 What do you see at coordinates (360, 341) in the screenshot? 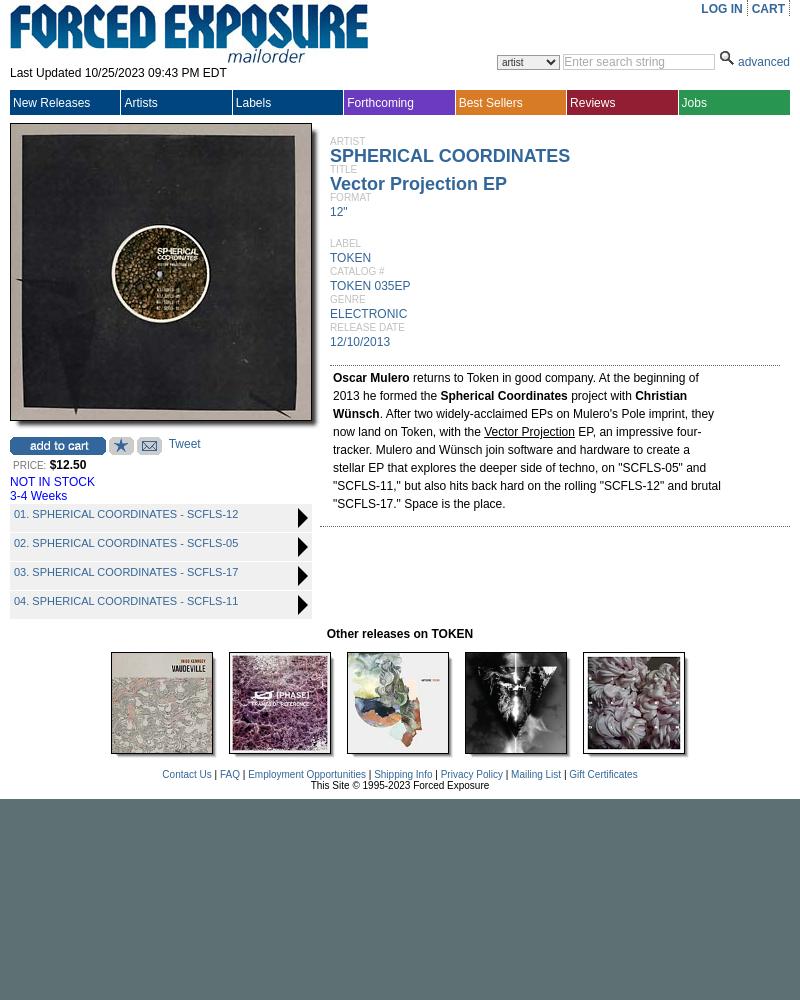
I see `'12/10/2013'` at bounding box center [360, 341].